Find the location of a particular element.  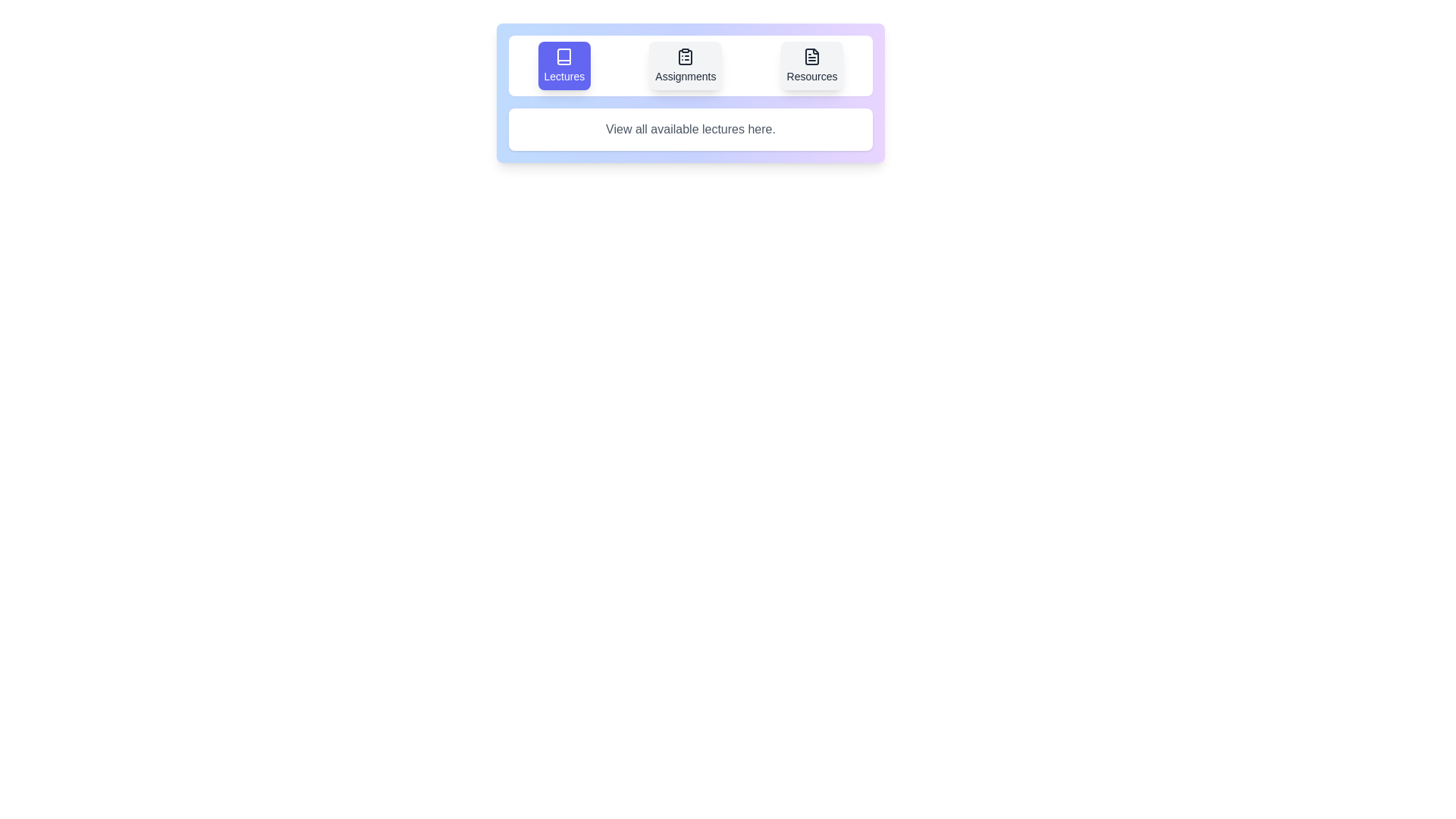

the Lectures tab to trigger its hover effect is located at coordinates (563, 65).